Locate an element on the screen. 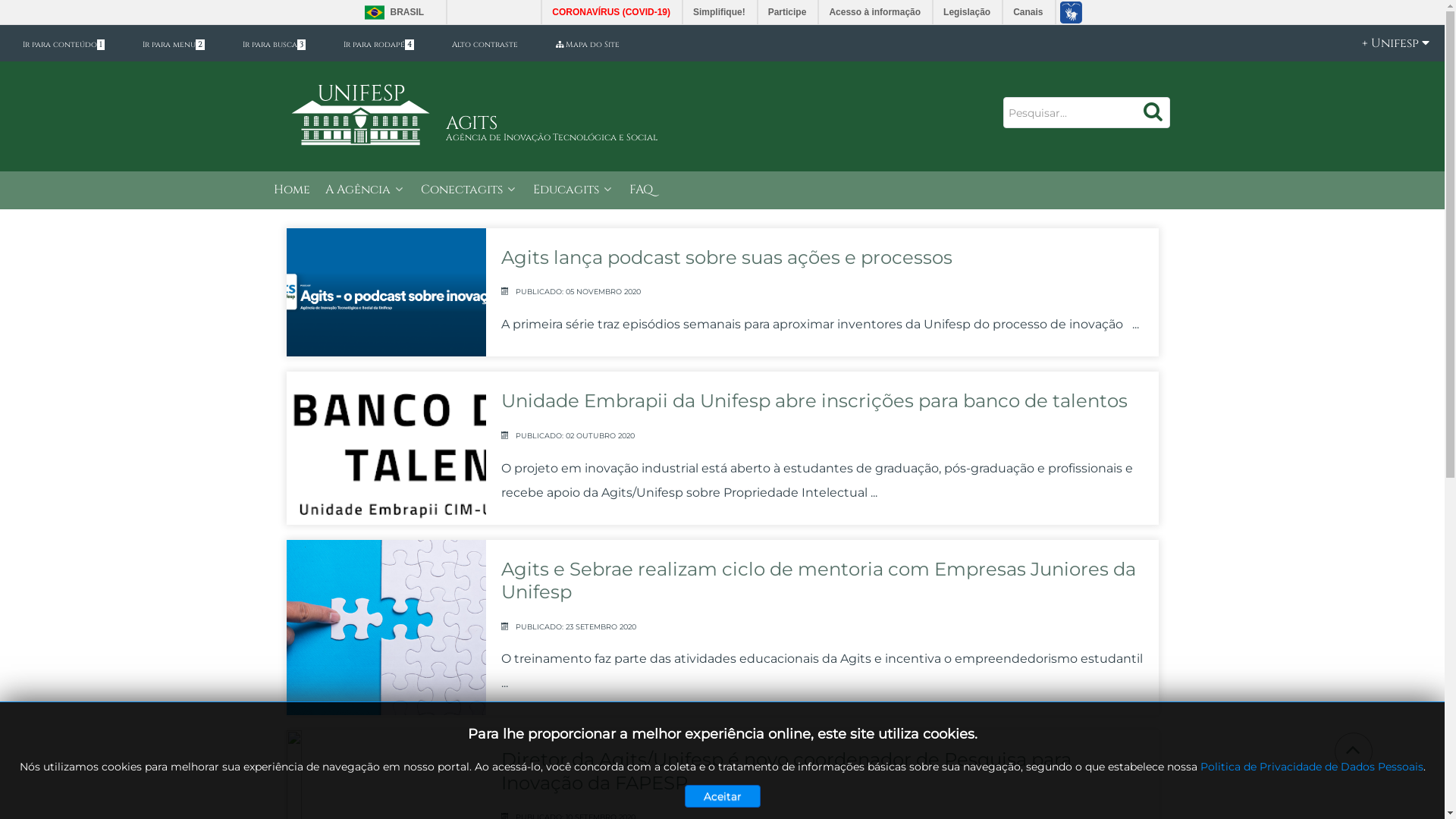  'Conectagits' is located at coordinates (468, 190).